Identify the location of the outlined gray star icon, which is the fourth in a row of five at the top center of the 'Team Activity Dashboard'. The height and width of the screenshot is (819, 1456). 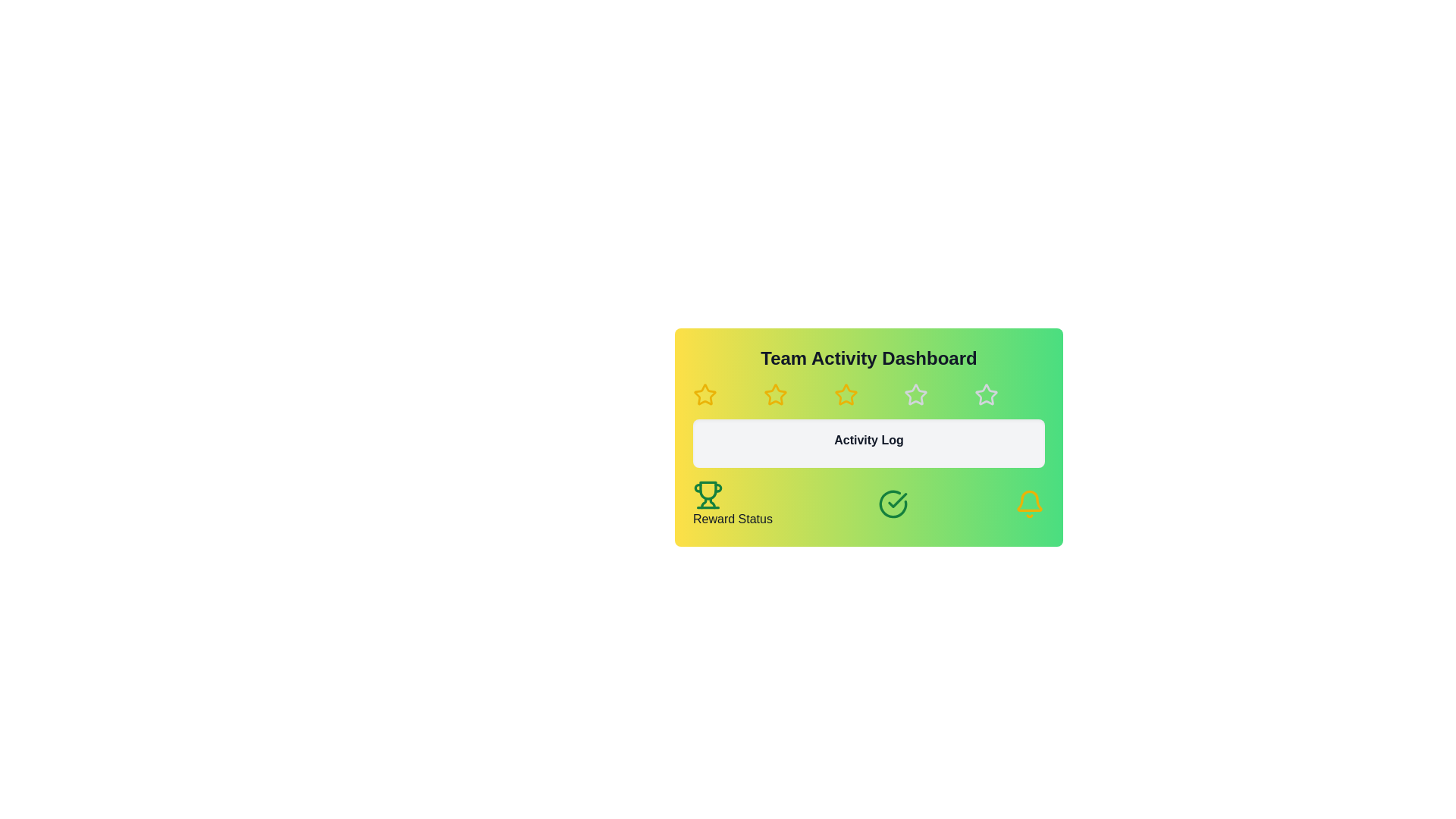
(915, 394).